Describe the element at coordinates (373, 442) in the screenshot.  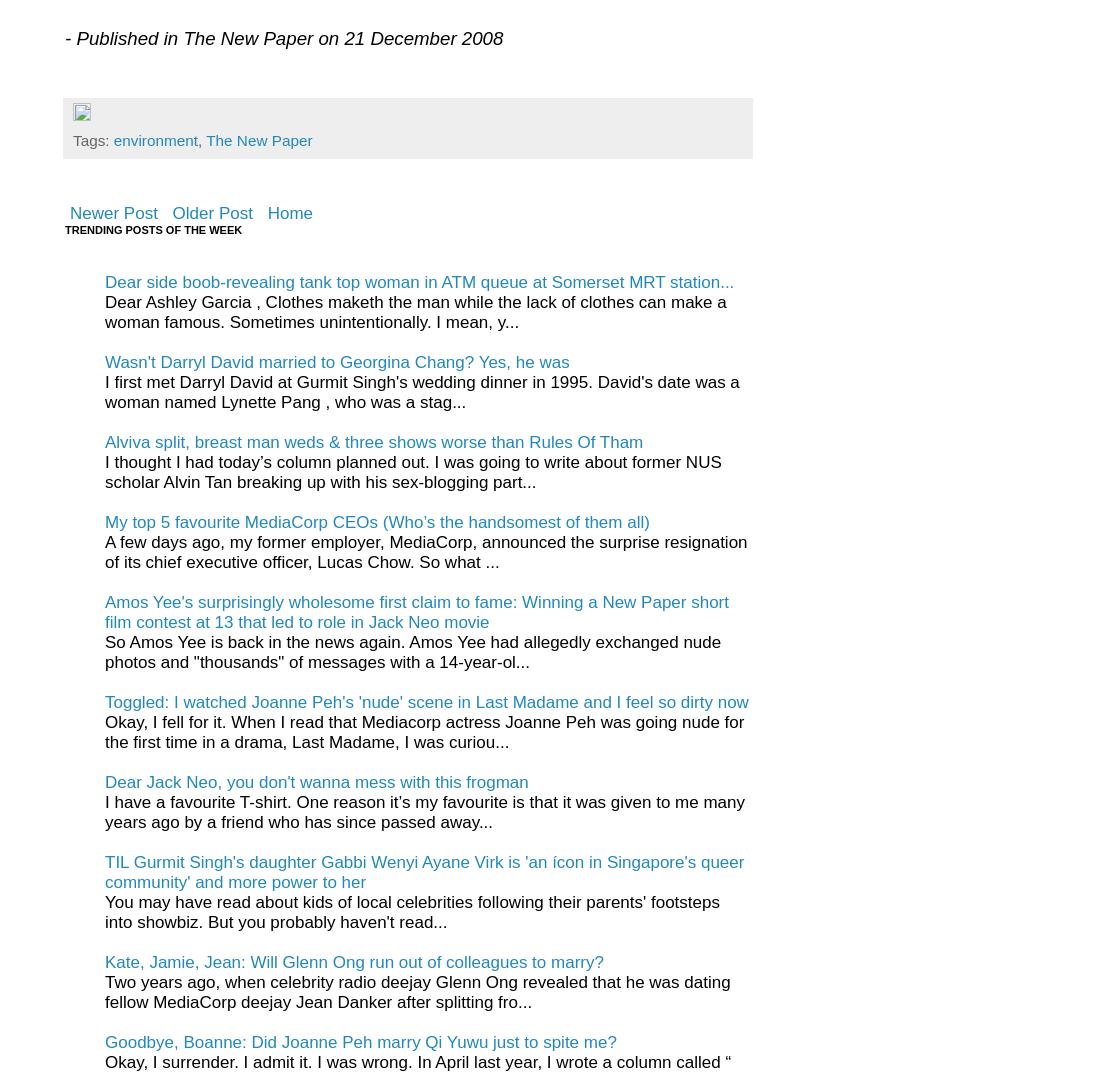
I see `'Alviva split, breast man weds & three shows worse than Rules Of Tham'` at that location.